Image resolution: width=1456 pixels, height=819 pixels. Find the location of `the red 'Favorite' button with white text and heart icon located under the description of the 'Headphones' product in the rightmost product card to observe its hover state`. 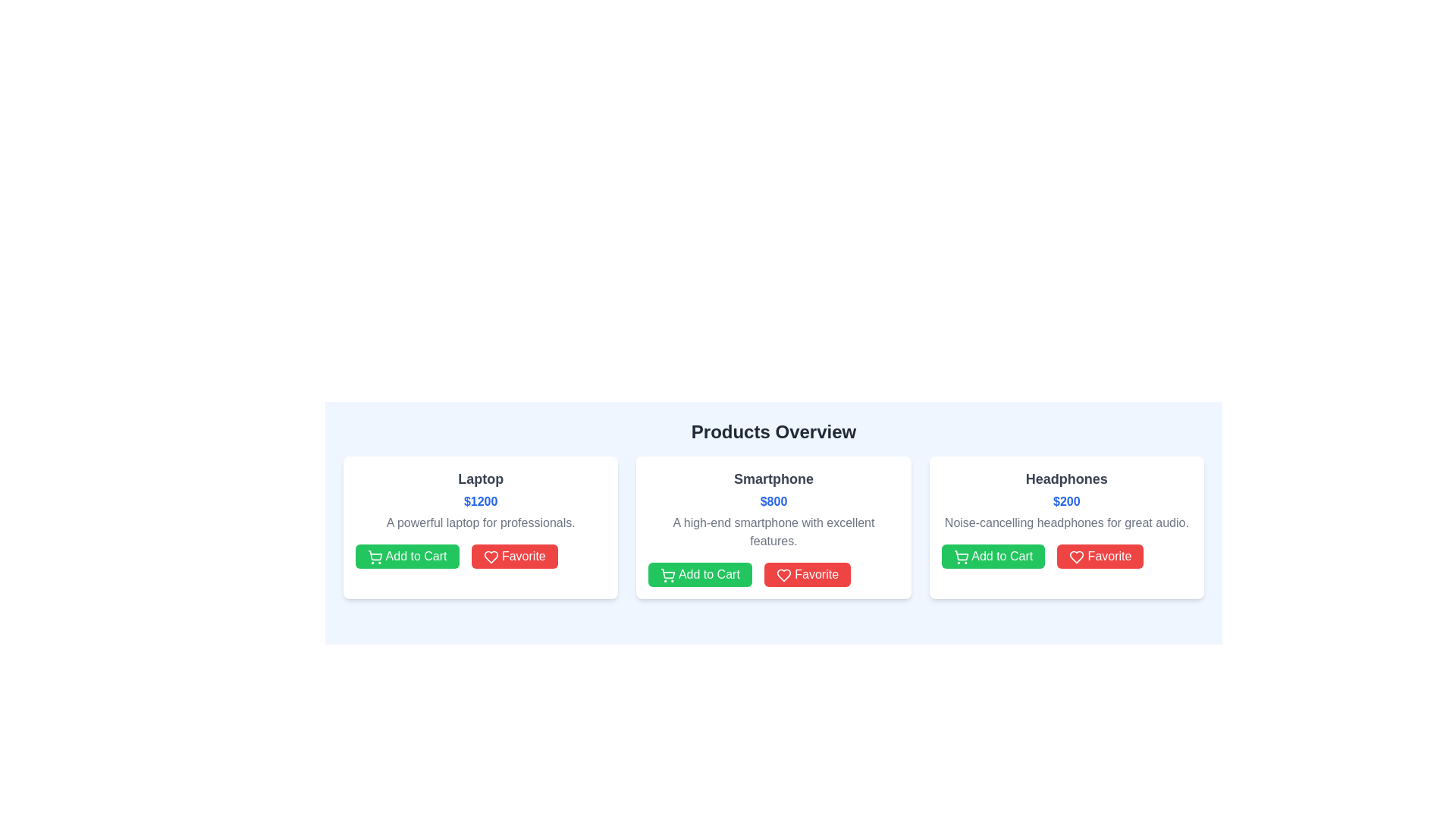

the red 'Favorite' button with white text and heart icon located under the description of the 'Headphones' product in the rightmost product card to observe its hover state is located at coordinates (1065, 556).